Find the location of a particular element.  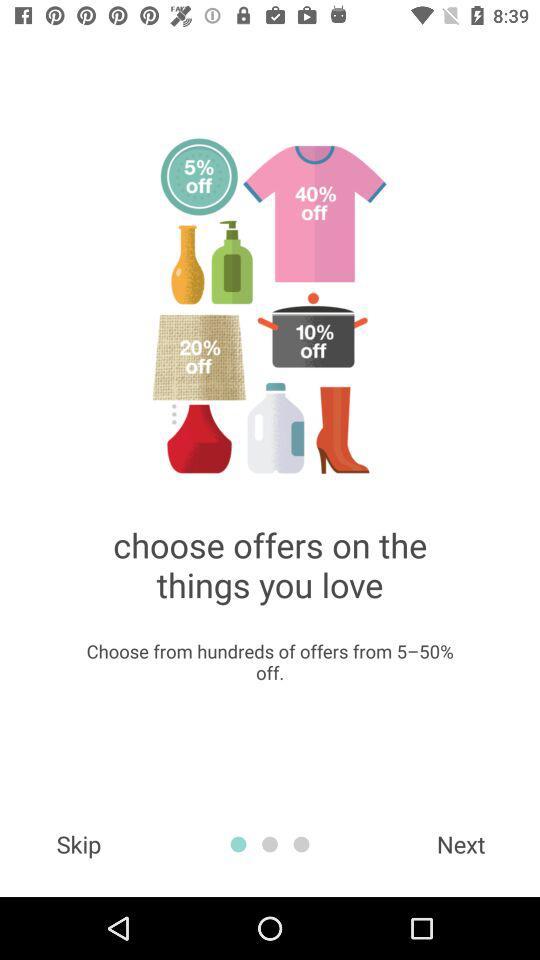

next is located at coordinates (461, 843).